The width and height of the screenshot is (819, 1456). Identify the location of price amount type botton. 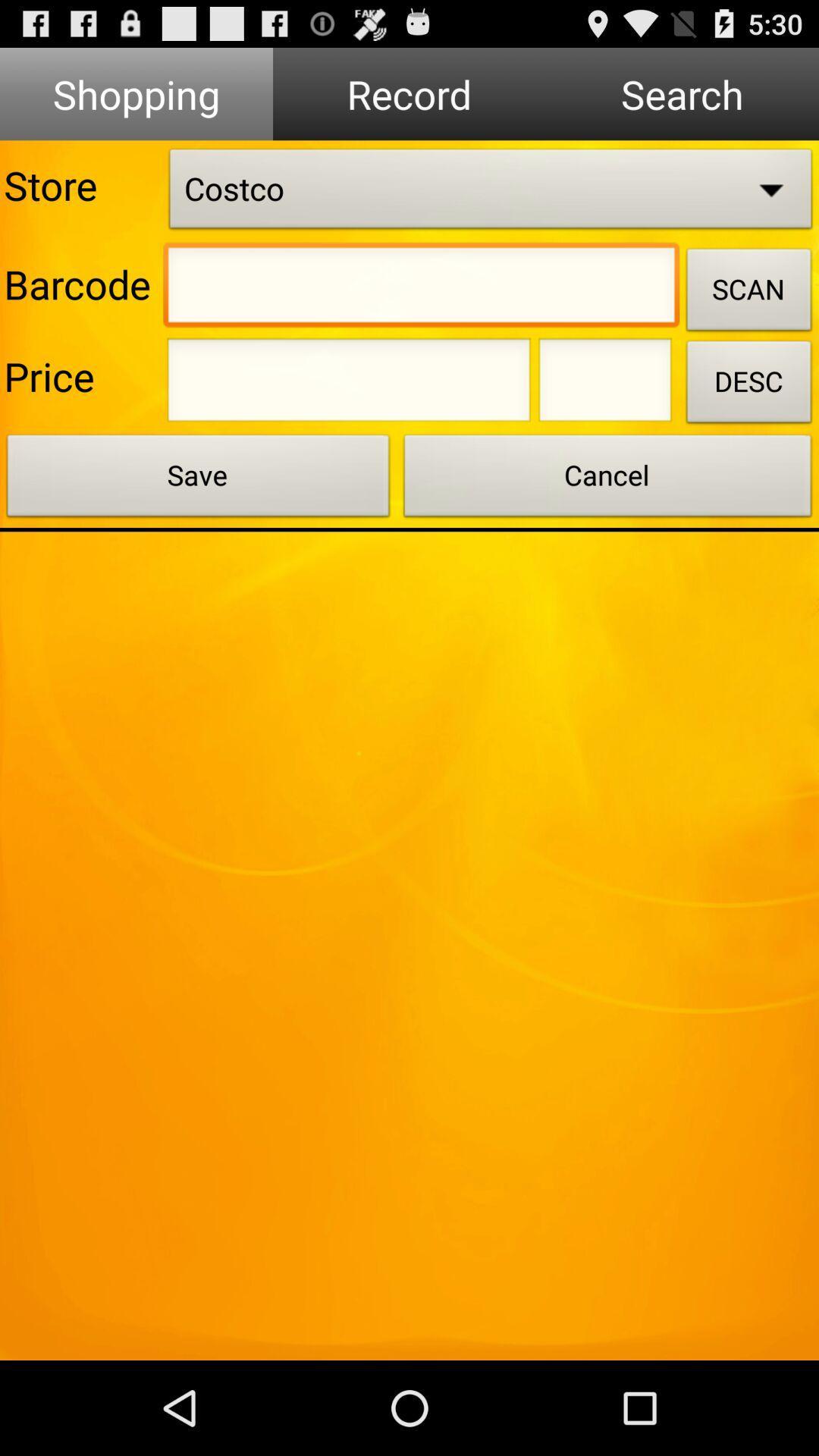
(349, 384).